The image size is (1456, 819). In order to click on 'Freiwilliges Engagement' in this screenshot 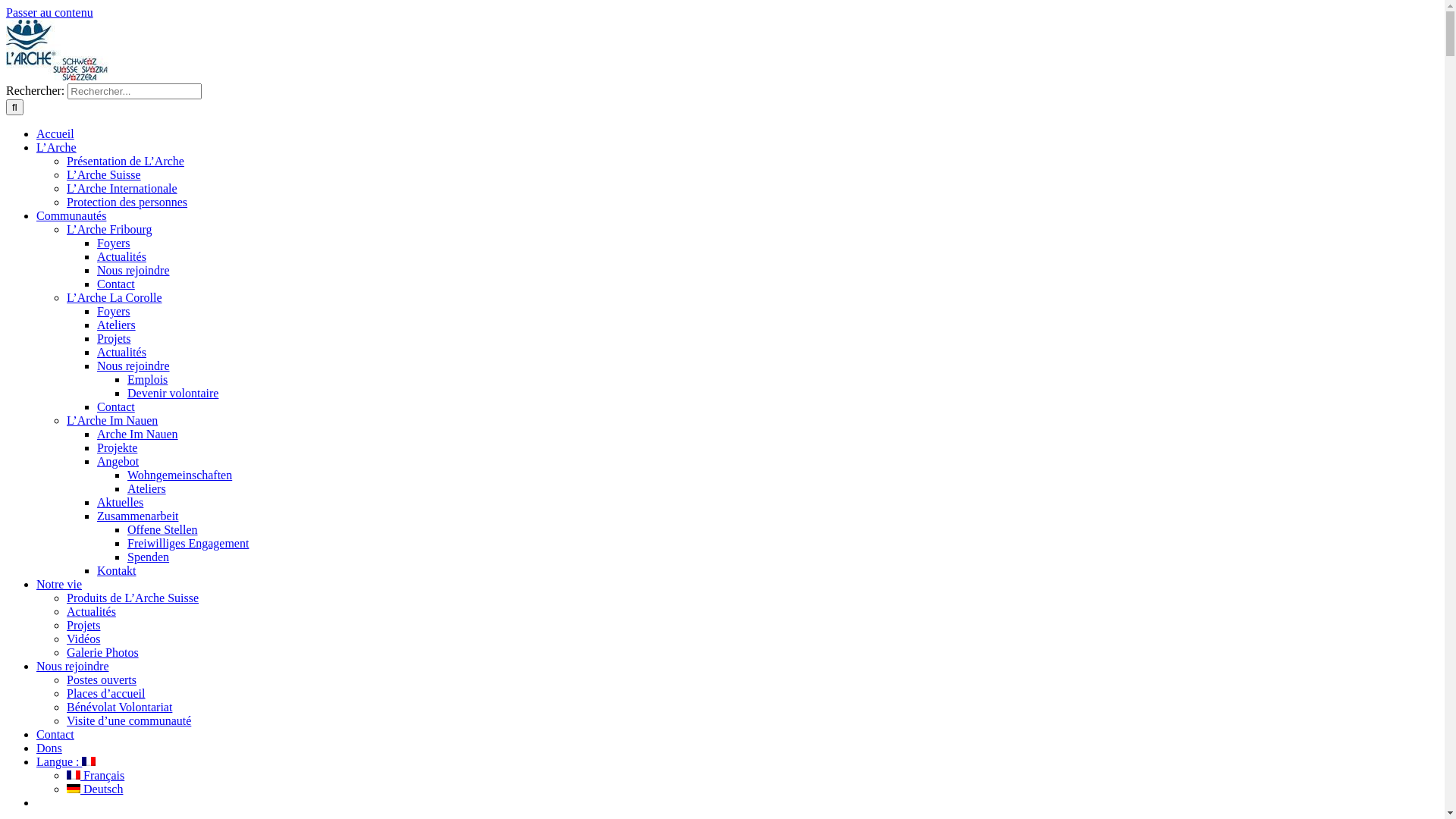, I will do `click(187, 542)`.